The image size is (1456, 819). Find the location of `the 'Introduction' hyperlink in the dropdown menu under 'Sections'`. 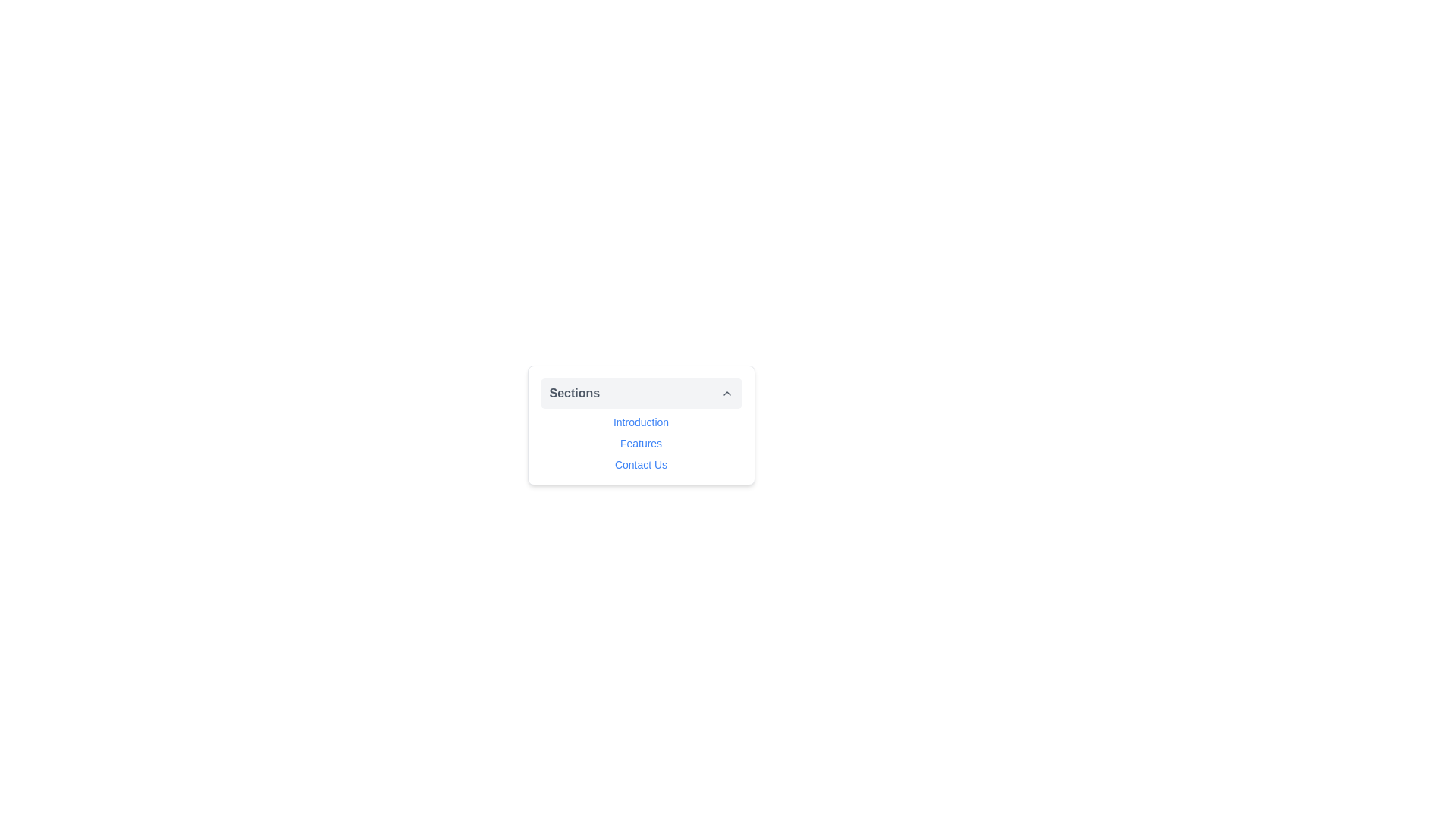

the 'Introduction' hyperlink in the dropdown menu under 'Sections' is located at coordinates (641, 422).